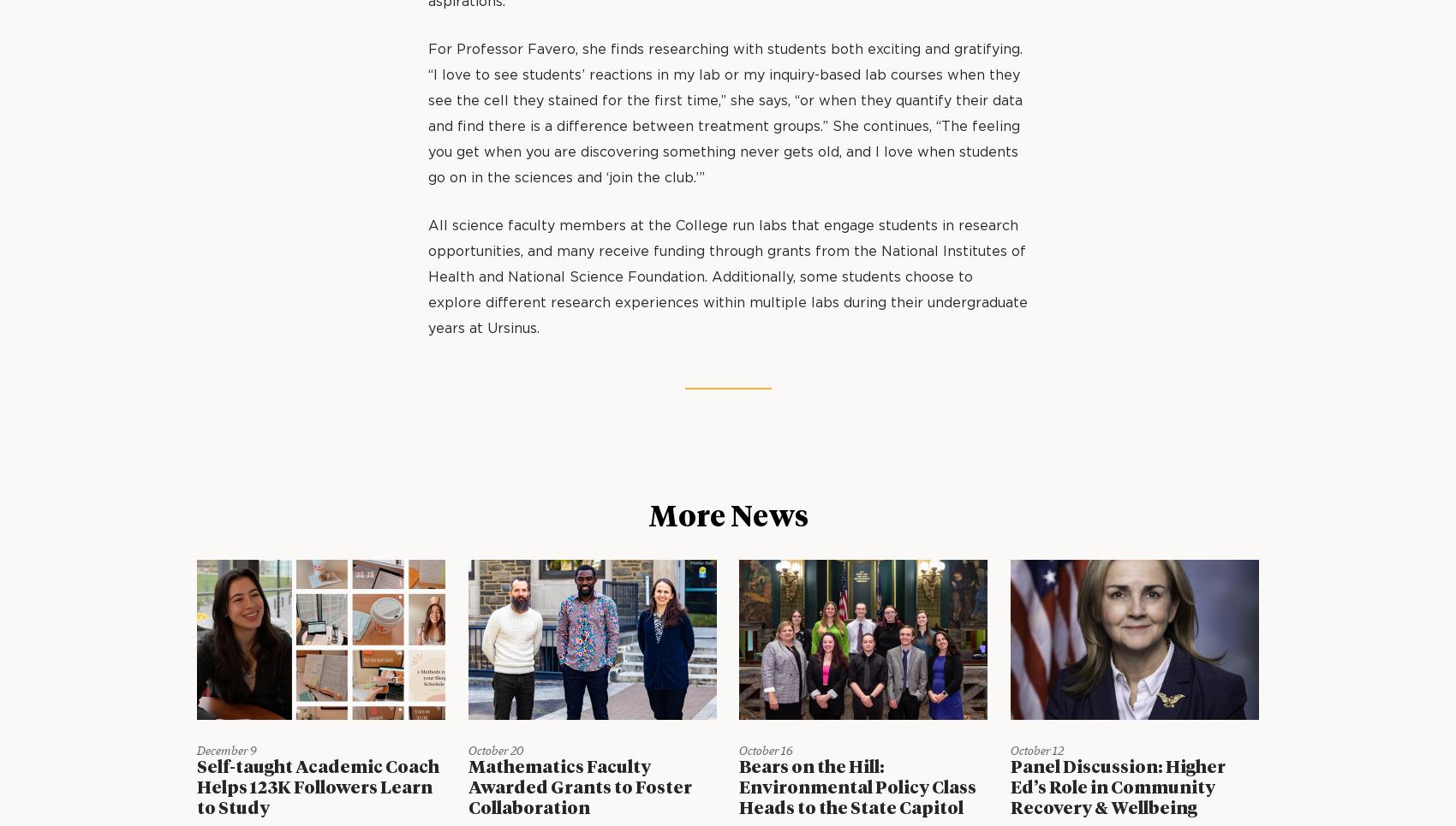  Describe the element at coordinates (227, 750) in the screenshot. I see `'December 9'` at that location.